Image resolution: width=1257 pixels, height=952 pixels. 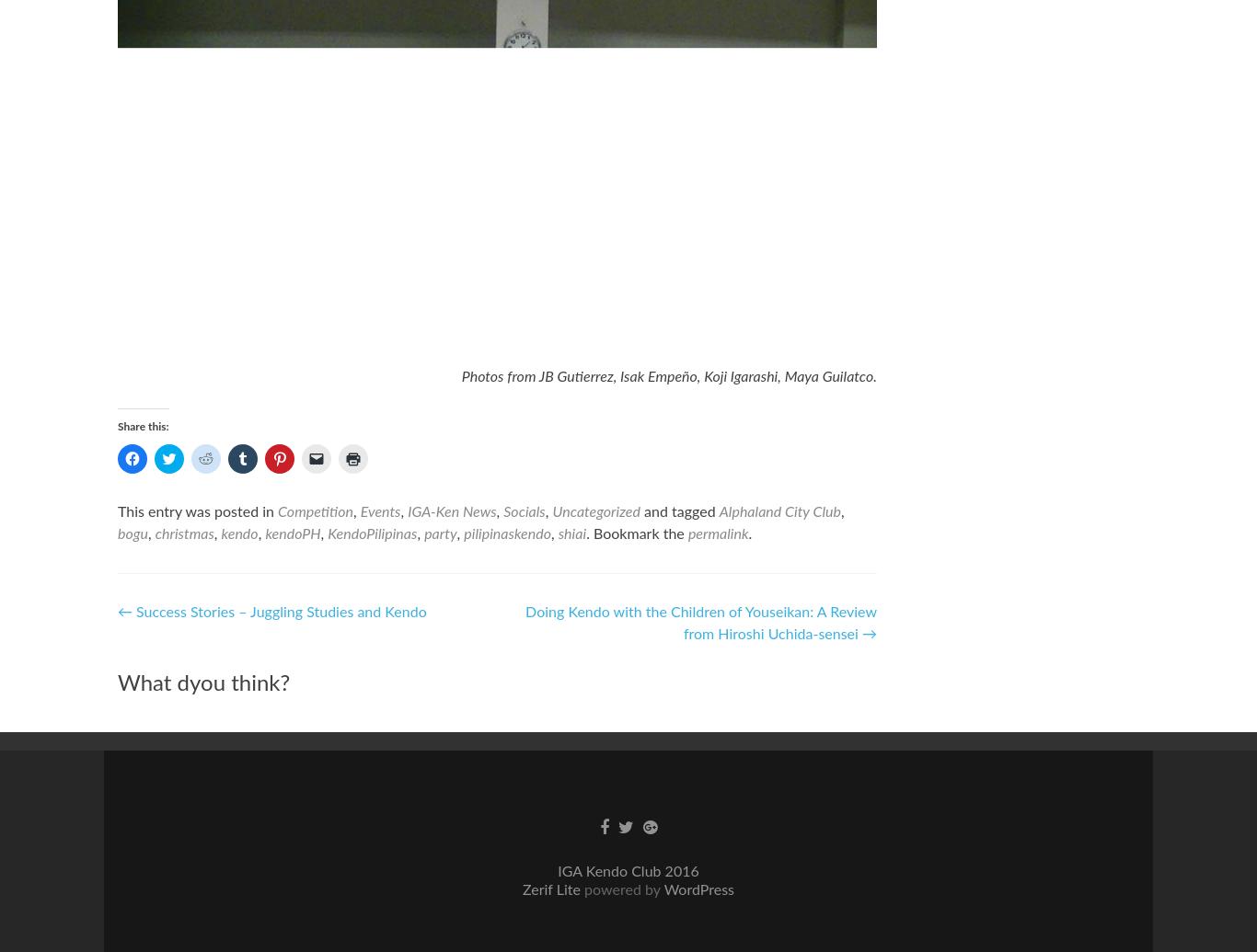 What do you see at coordinates (507, 533) in the screenshot?
I see `'pilipinaskendo'` at bounding box center [507, 533].